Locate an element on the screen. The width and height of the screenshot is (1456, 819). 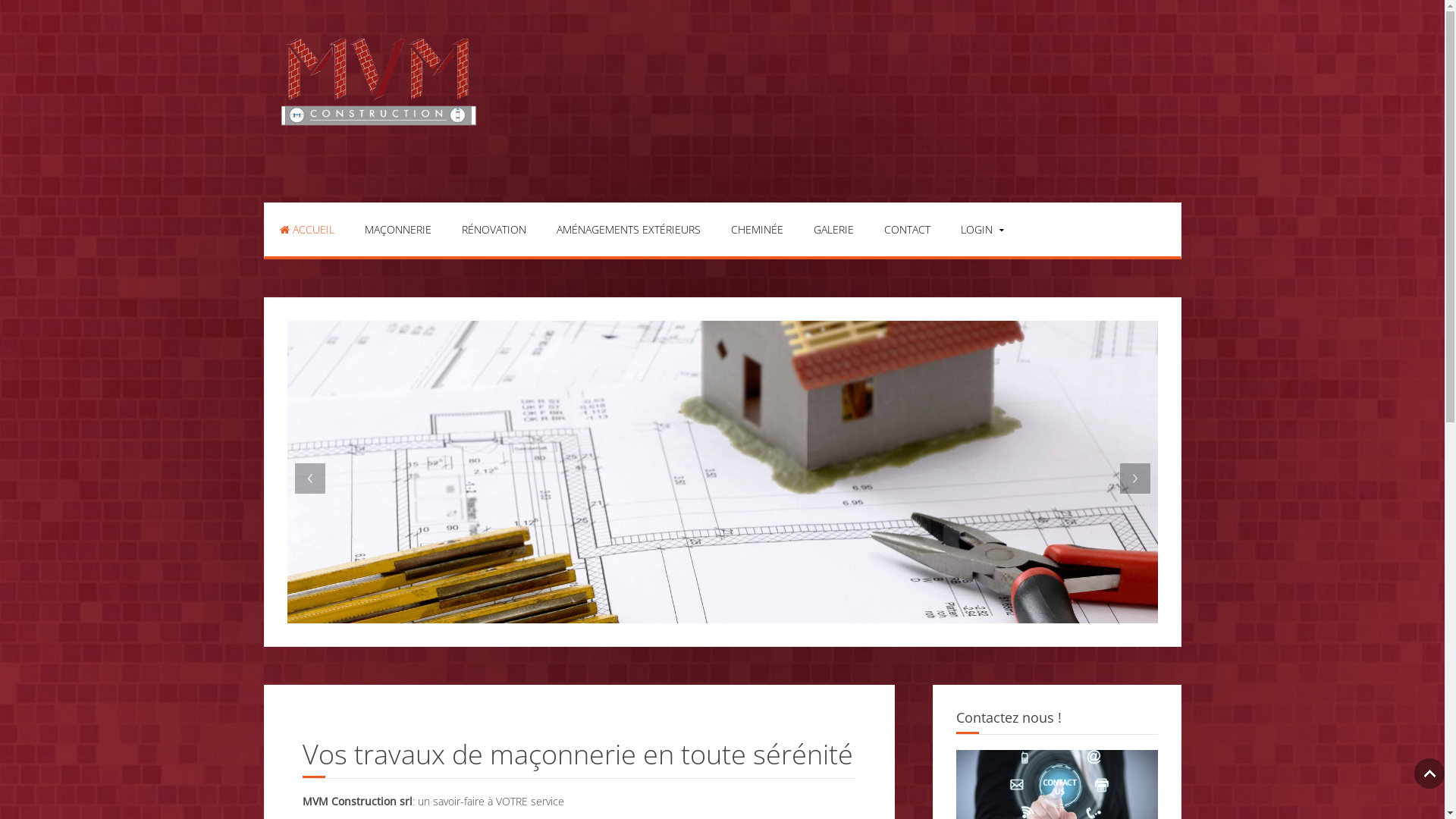
'GALERIE' is located at coordinates (832, 230).